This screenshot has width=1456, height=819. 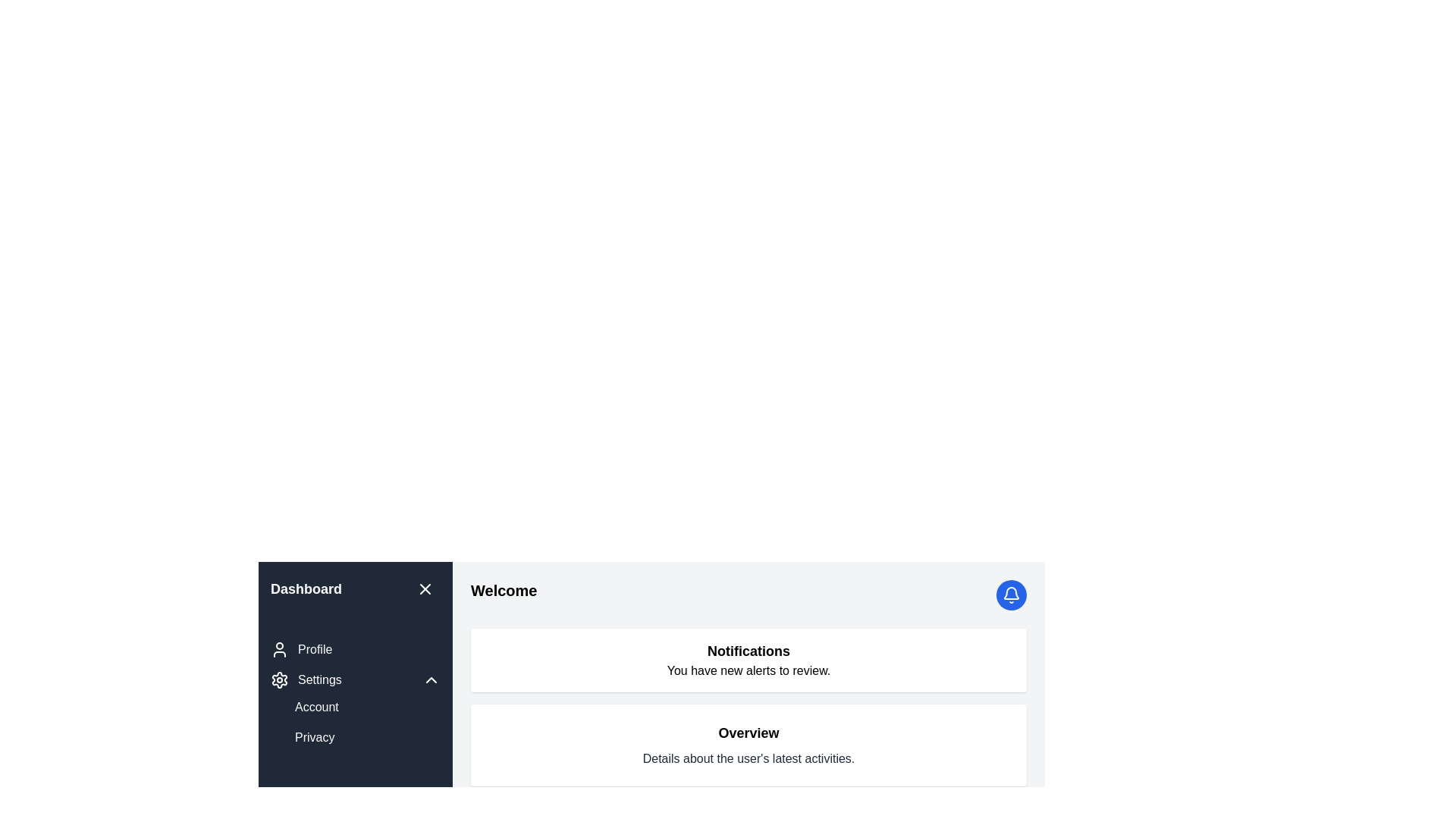 What do you see at coordinates (305, 679) in the screenshot?
I see `the 'Settings' button-like navigation item, which features a gear icon on the left and white text on a dark blue background` at bounding box center [305, 679].